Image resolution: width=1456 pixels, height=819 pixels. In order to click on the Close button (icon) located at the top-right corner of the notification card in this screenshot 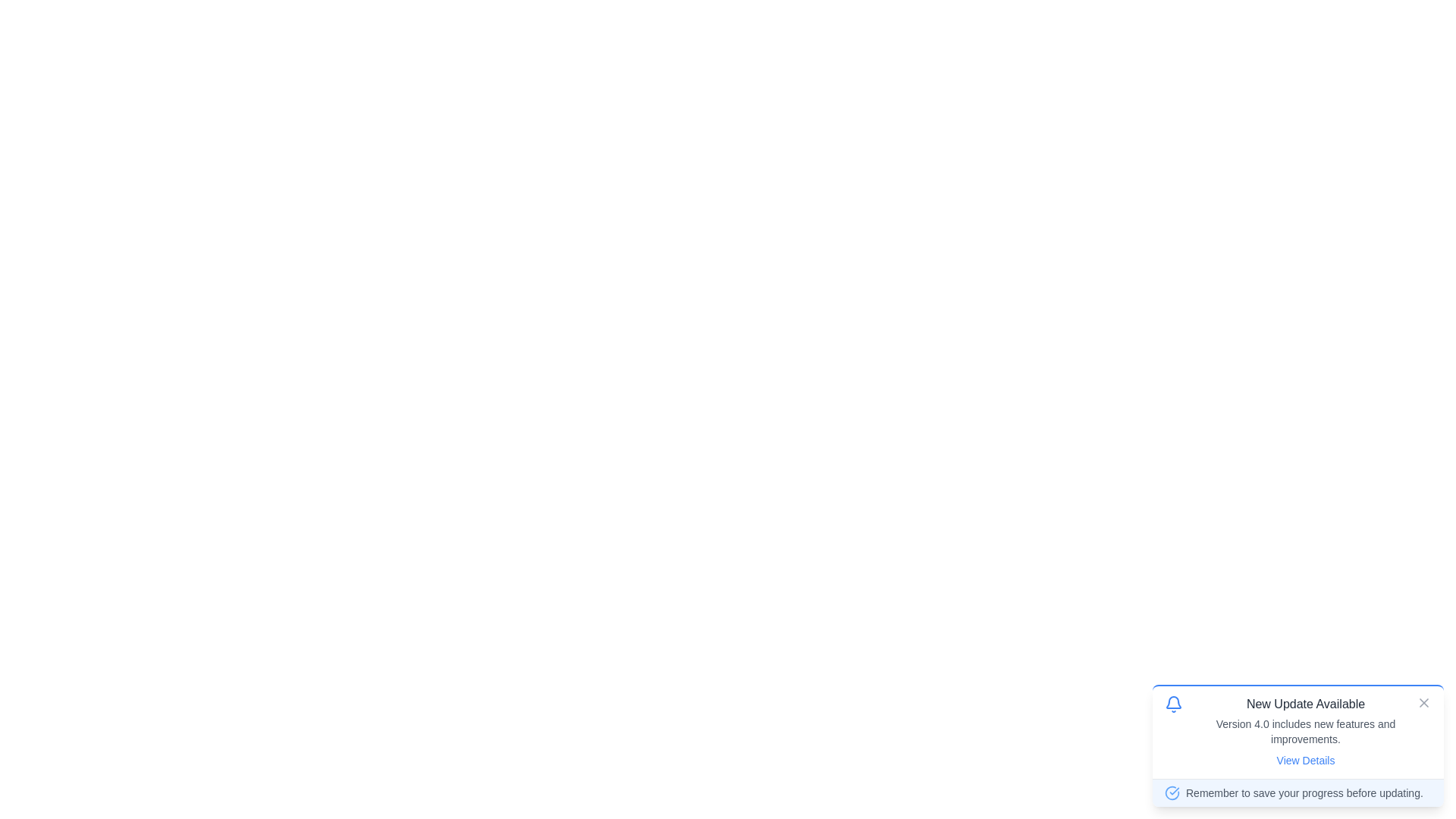, I will do `click(1423, 702)`.